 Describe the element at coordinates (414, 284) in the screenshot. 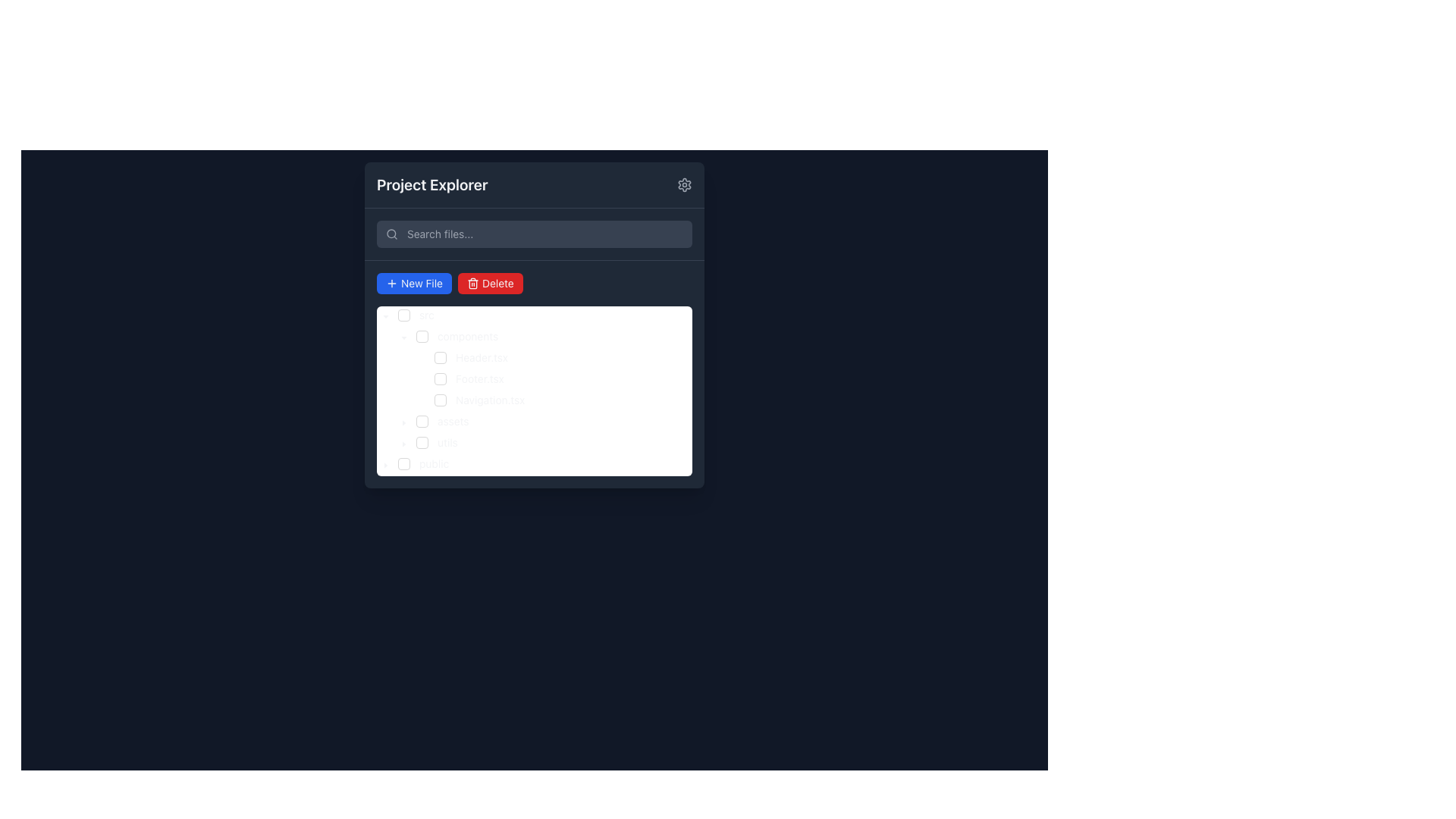

I see `the 'New File' button, which is a rectangular button with a blue background, rounded corners, and displays the text 'New File' in white with a '+' icon to the left` at that location.